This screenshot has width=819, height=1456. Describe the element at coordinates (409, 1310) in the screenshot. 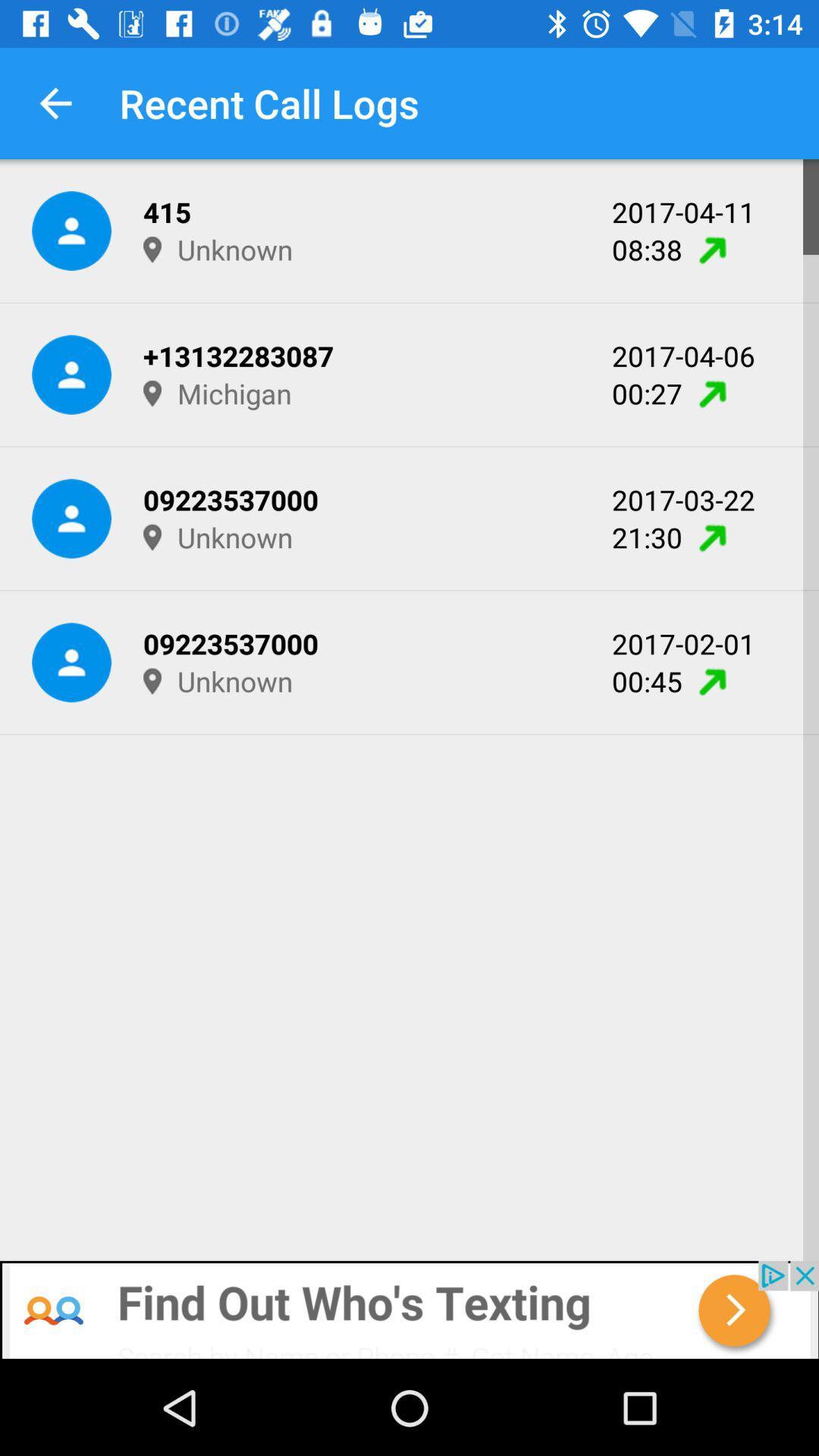

I see `advertisement` at that location.